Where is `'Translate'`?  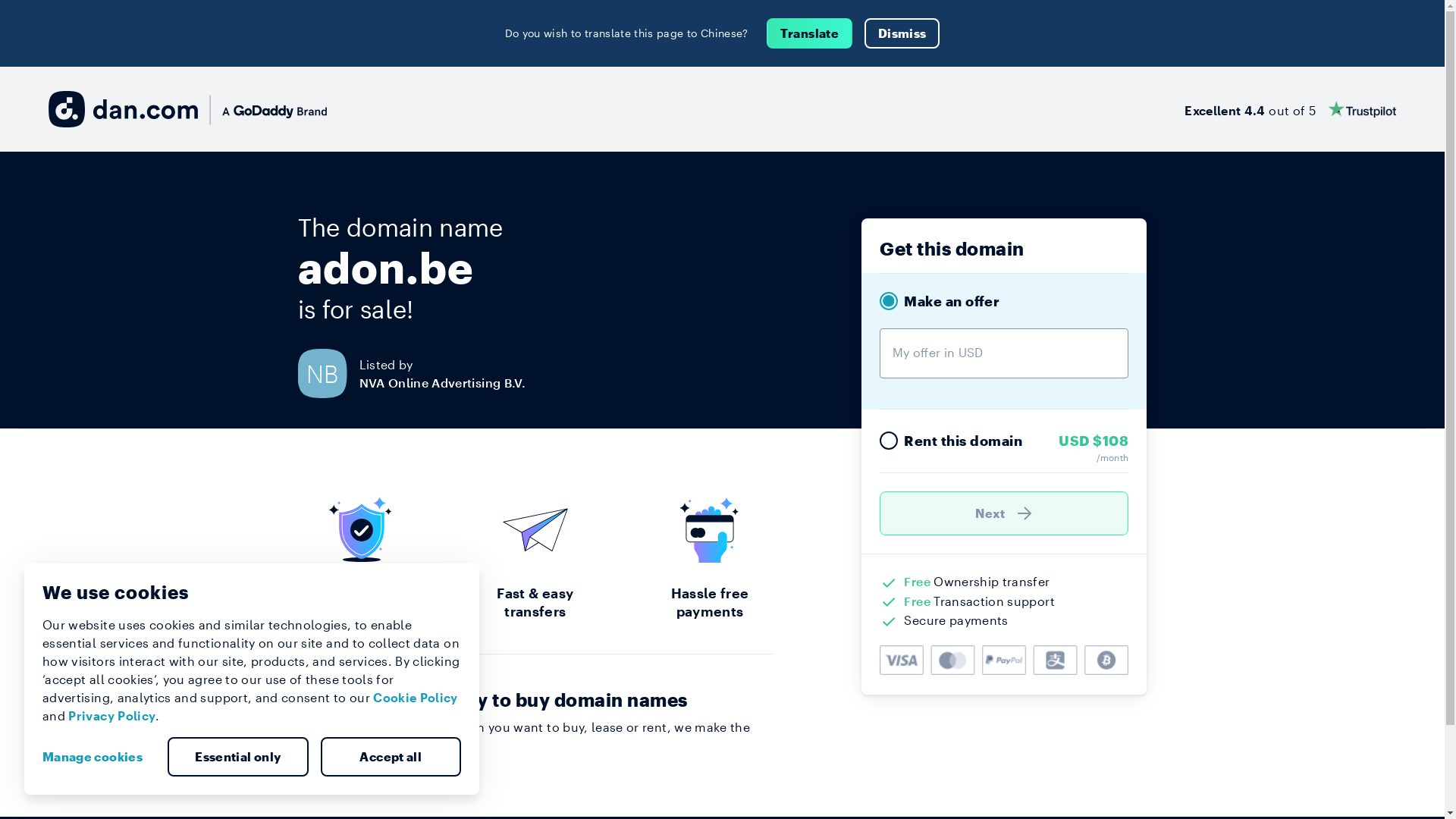
'Translate' is located at coordinates (808, 33).